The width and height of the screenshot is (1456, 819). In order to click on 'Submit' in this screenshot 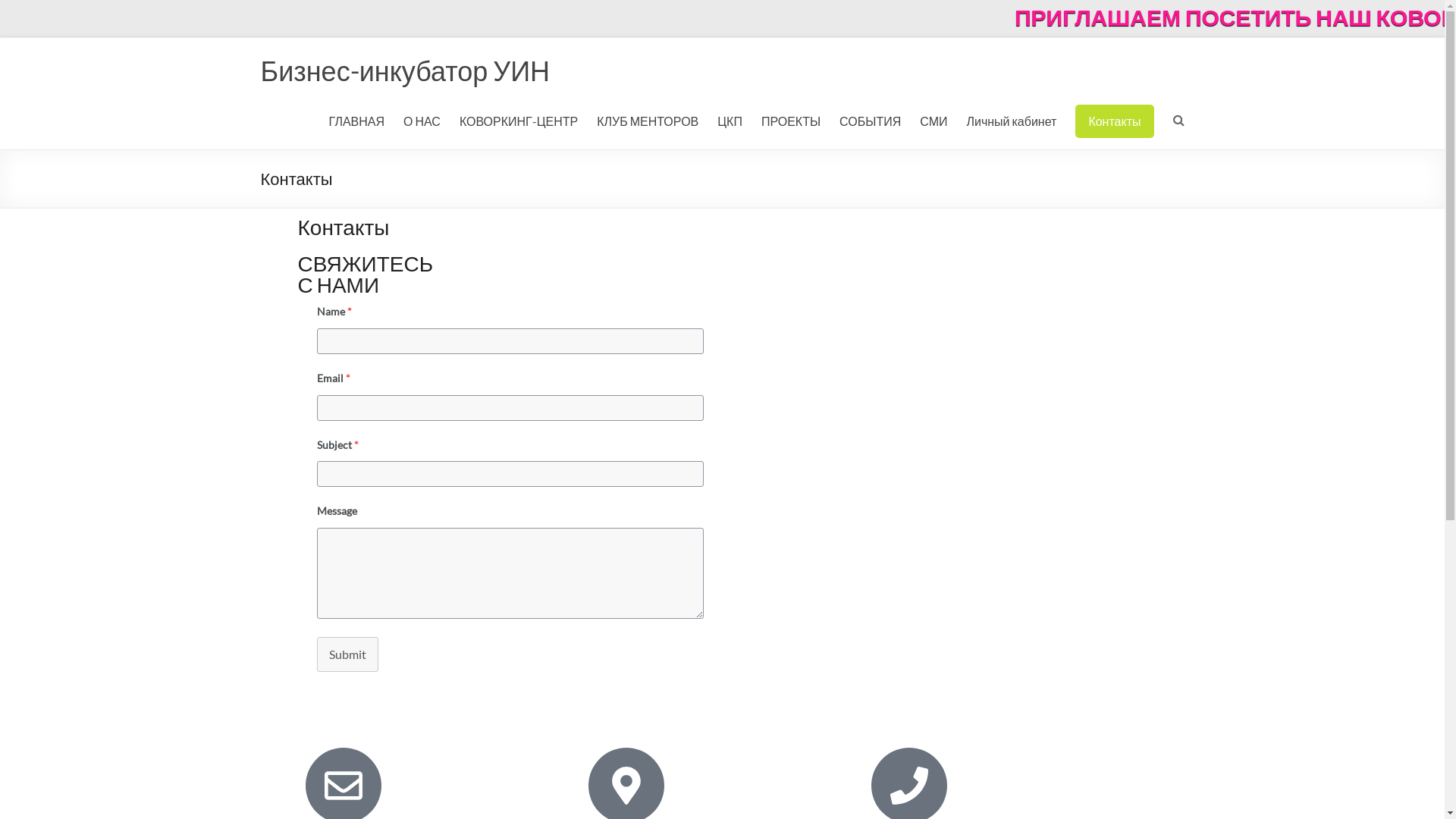, I will do `click(347, 654)`.